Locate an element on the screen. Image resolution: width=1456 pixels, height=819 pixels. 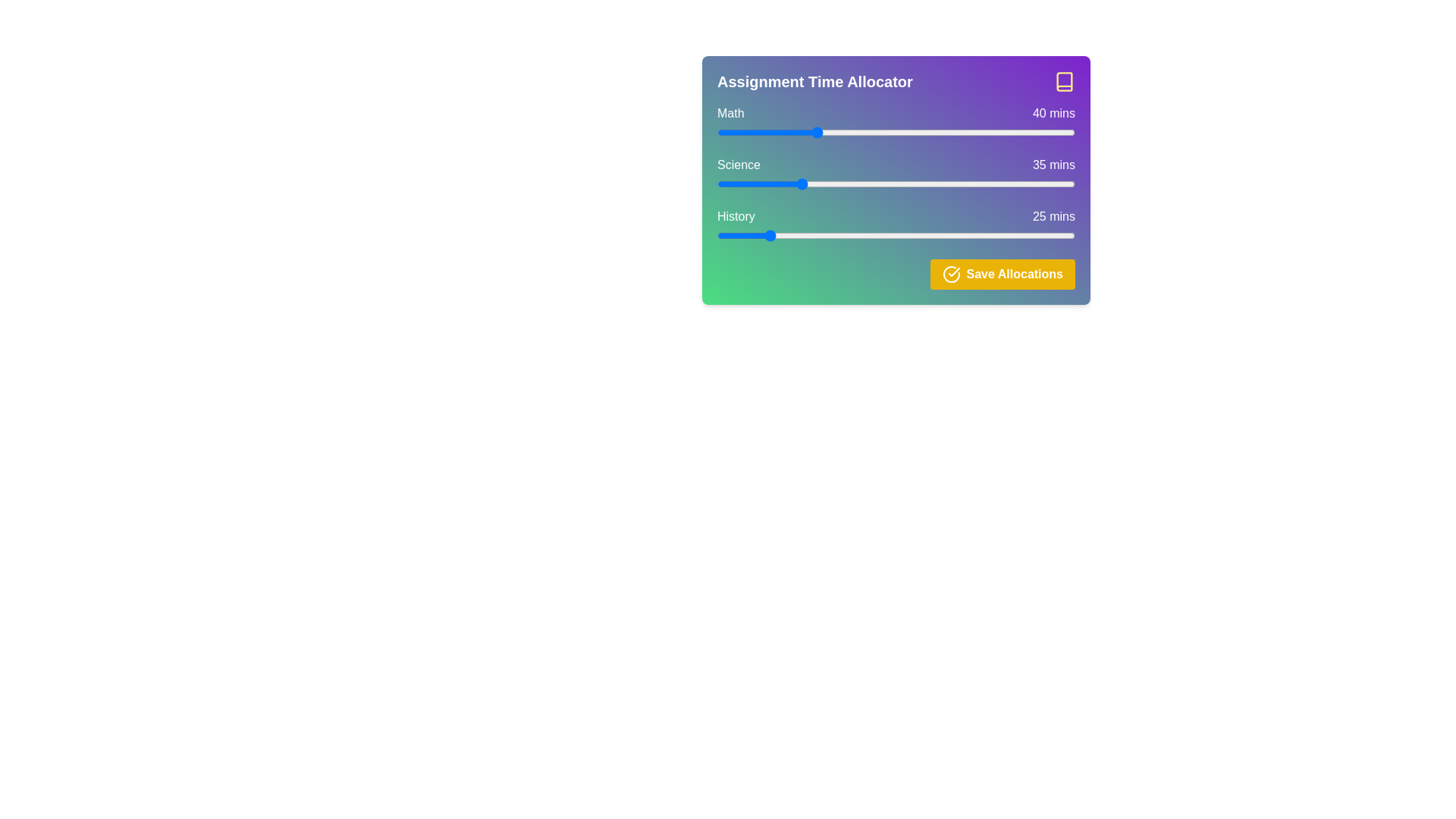
allocation time is located at coordinates (789, 184).